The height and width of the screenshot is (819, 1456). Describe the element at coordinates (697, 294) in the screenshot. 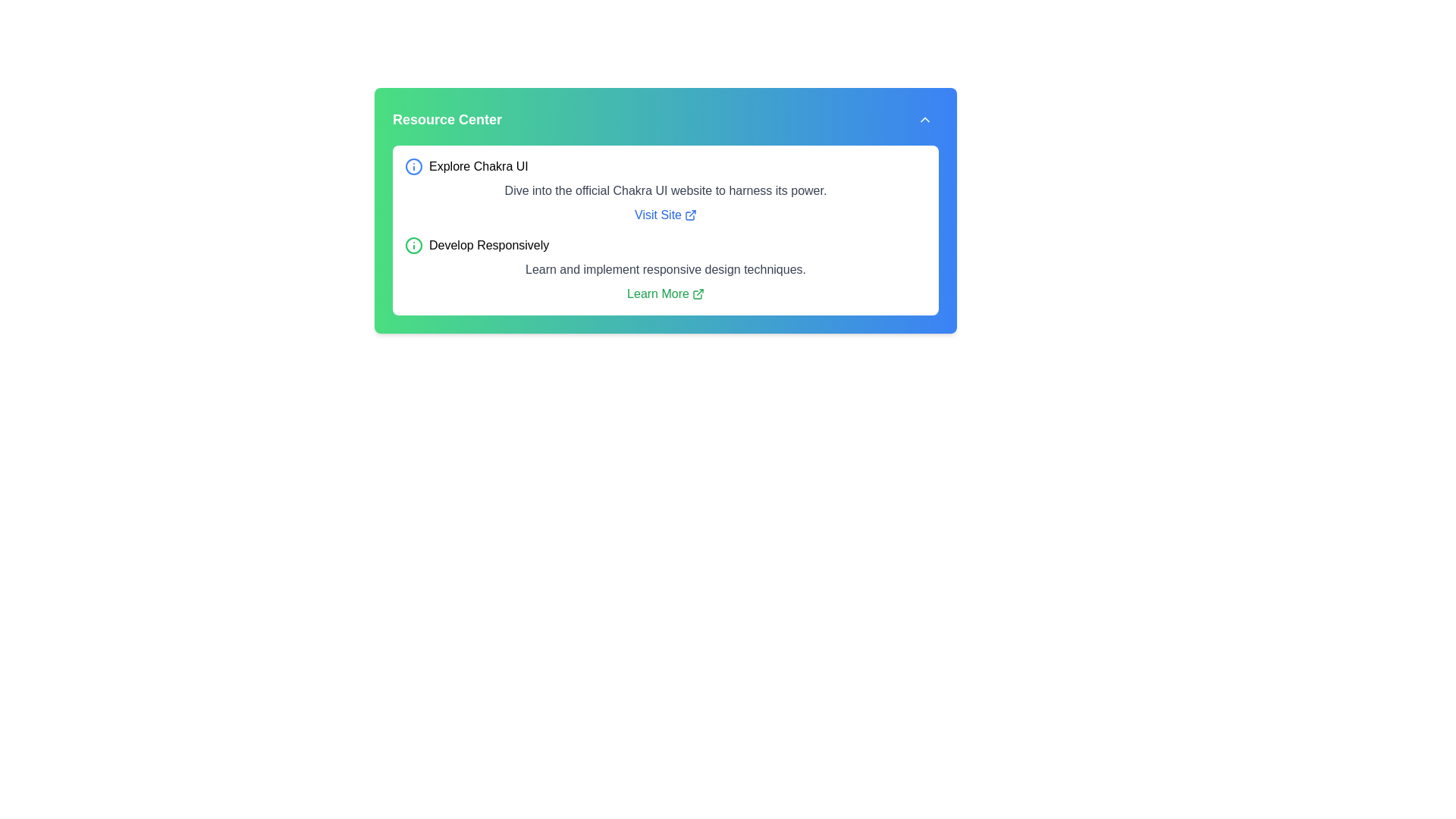

I see `the external link icon located to the right of the 'Learn More' button, which is styled with a thin green stroke and is positioned at the bottom of the 'Develop Responsively' section` at that location.